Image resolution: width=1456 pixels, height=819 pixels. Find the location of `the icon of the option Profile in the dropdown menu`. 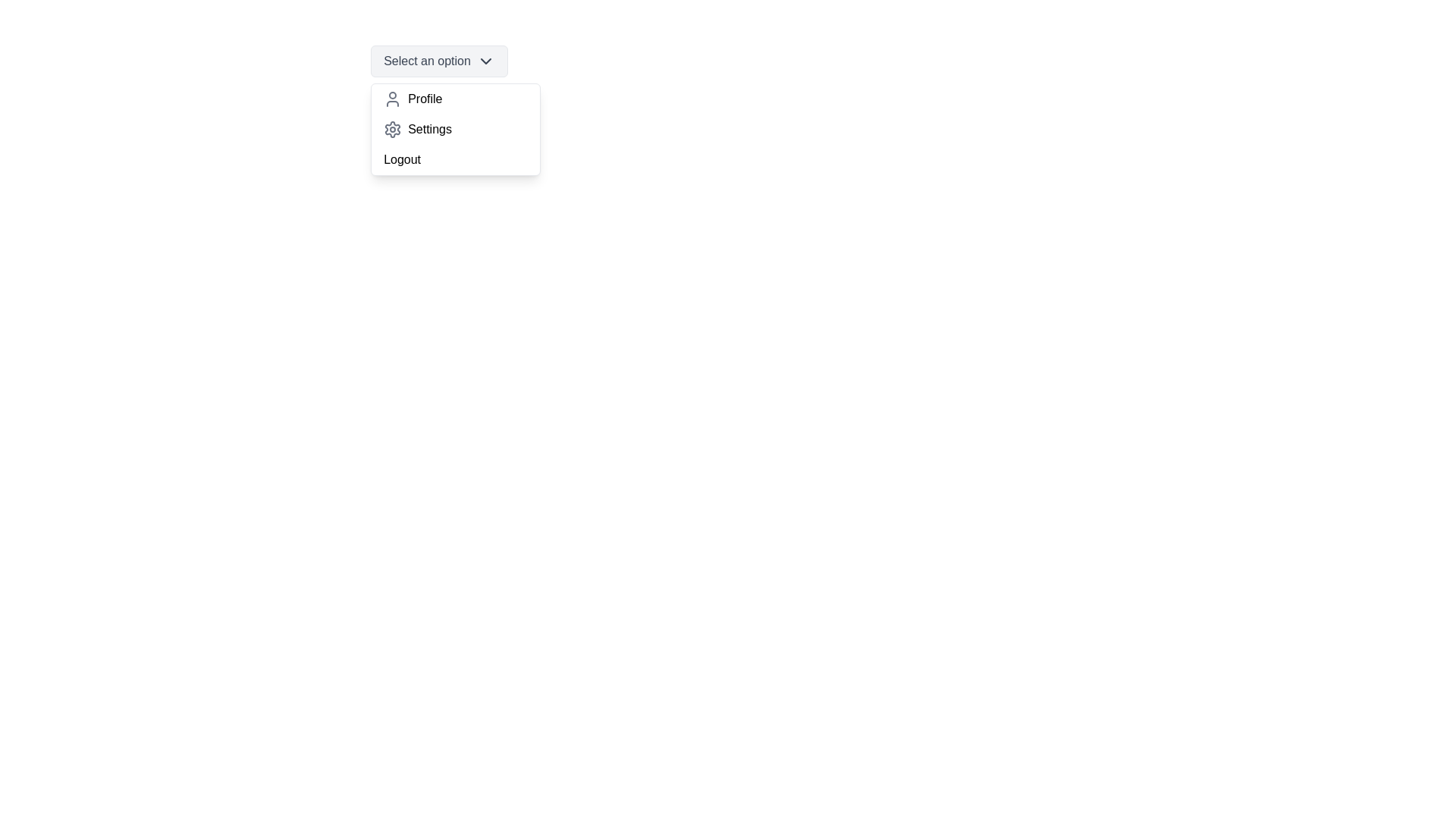

the icon of the option Profile in the dropdown menu is located at coordinates (393, 99).